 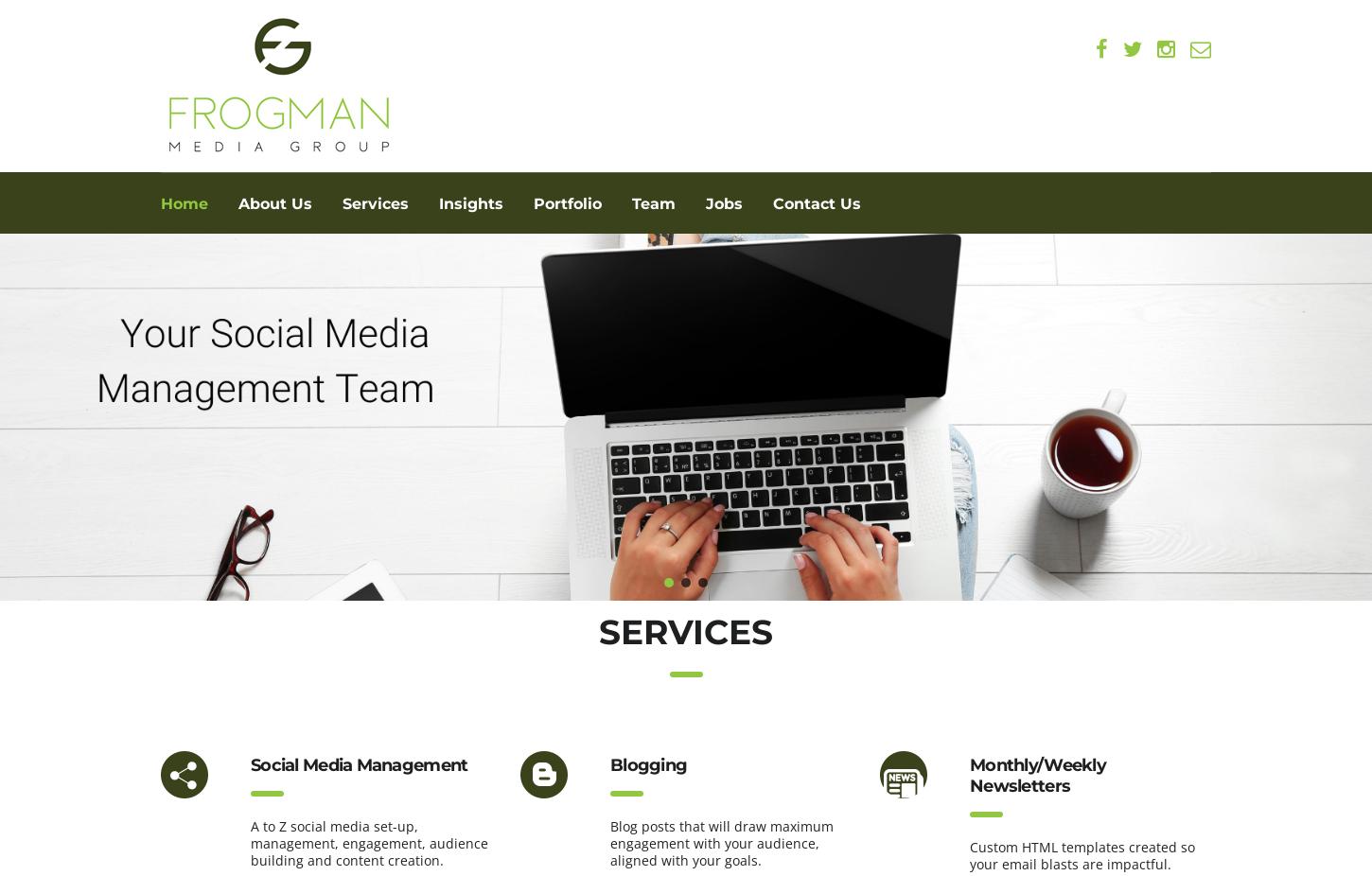 I want to click on 'Contact Us', so click(x=816, y=202).